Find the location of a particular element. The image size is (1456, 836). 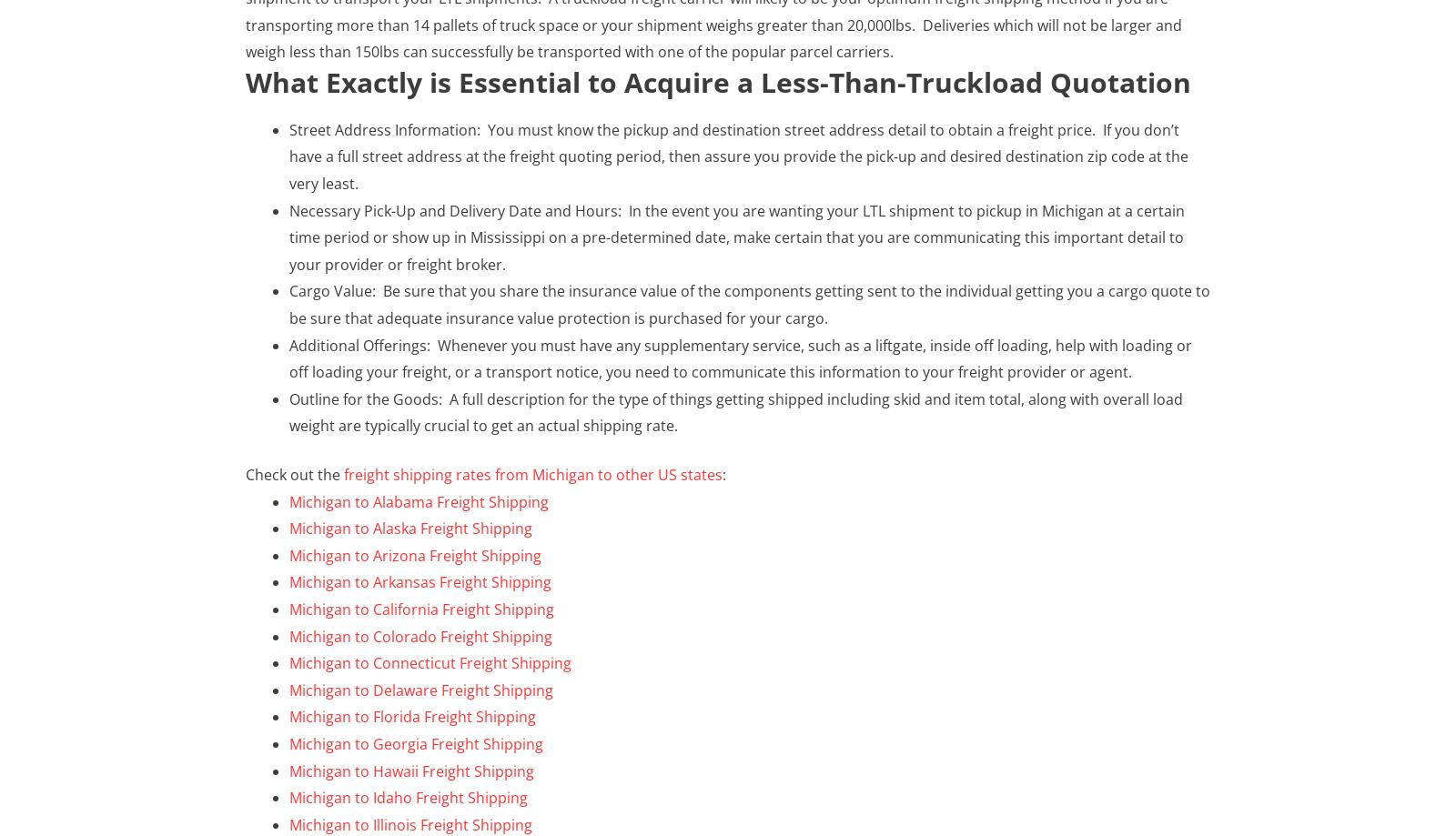

'freight shipping rates from Michigan to other US states' is located at coordinates (343, 473).